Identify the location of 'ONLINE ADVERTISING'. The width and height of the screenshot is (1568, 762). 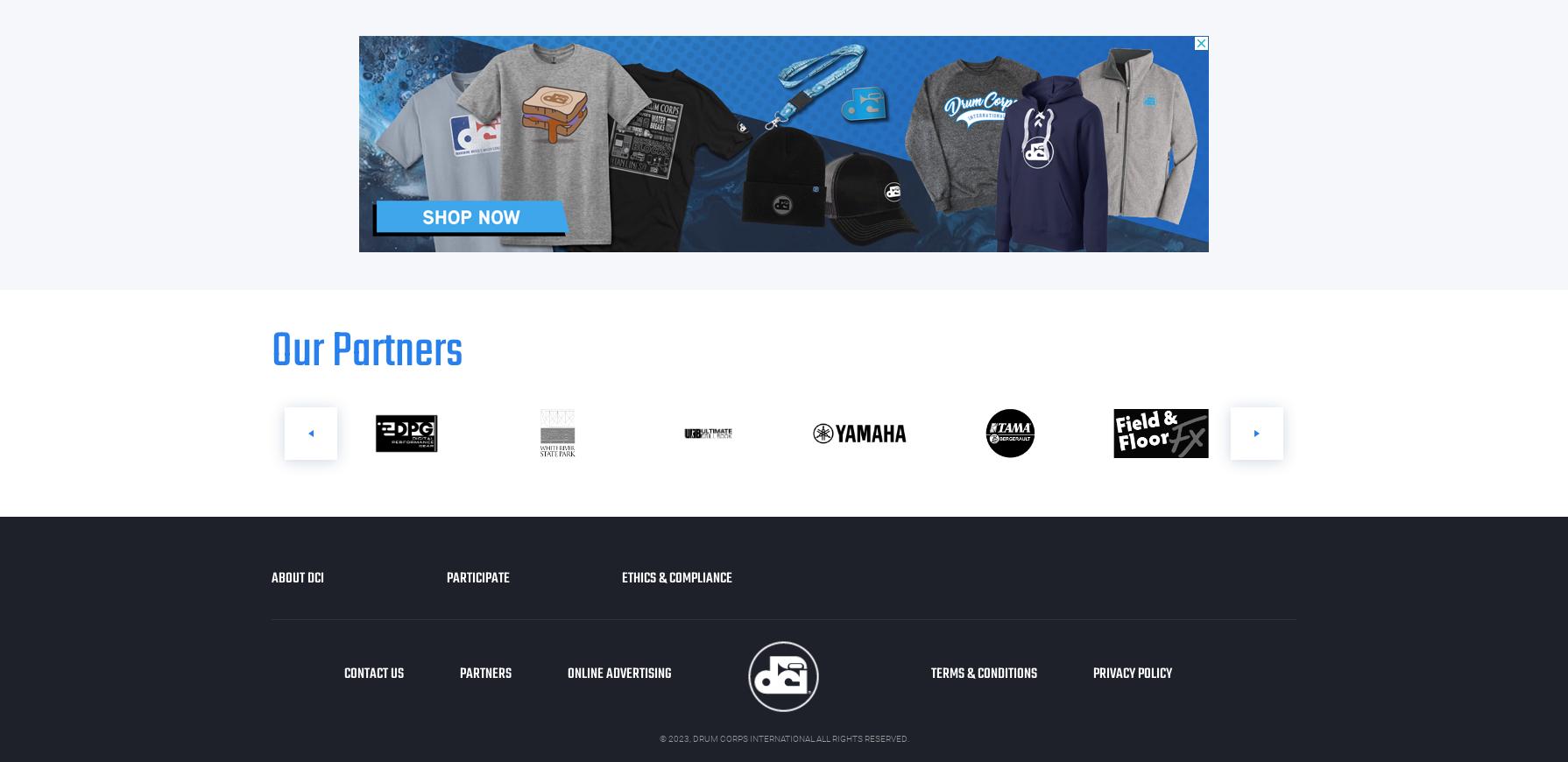
(618, 674).